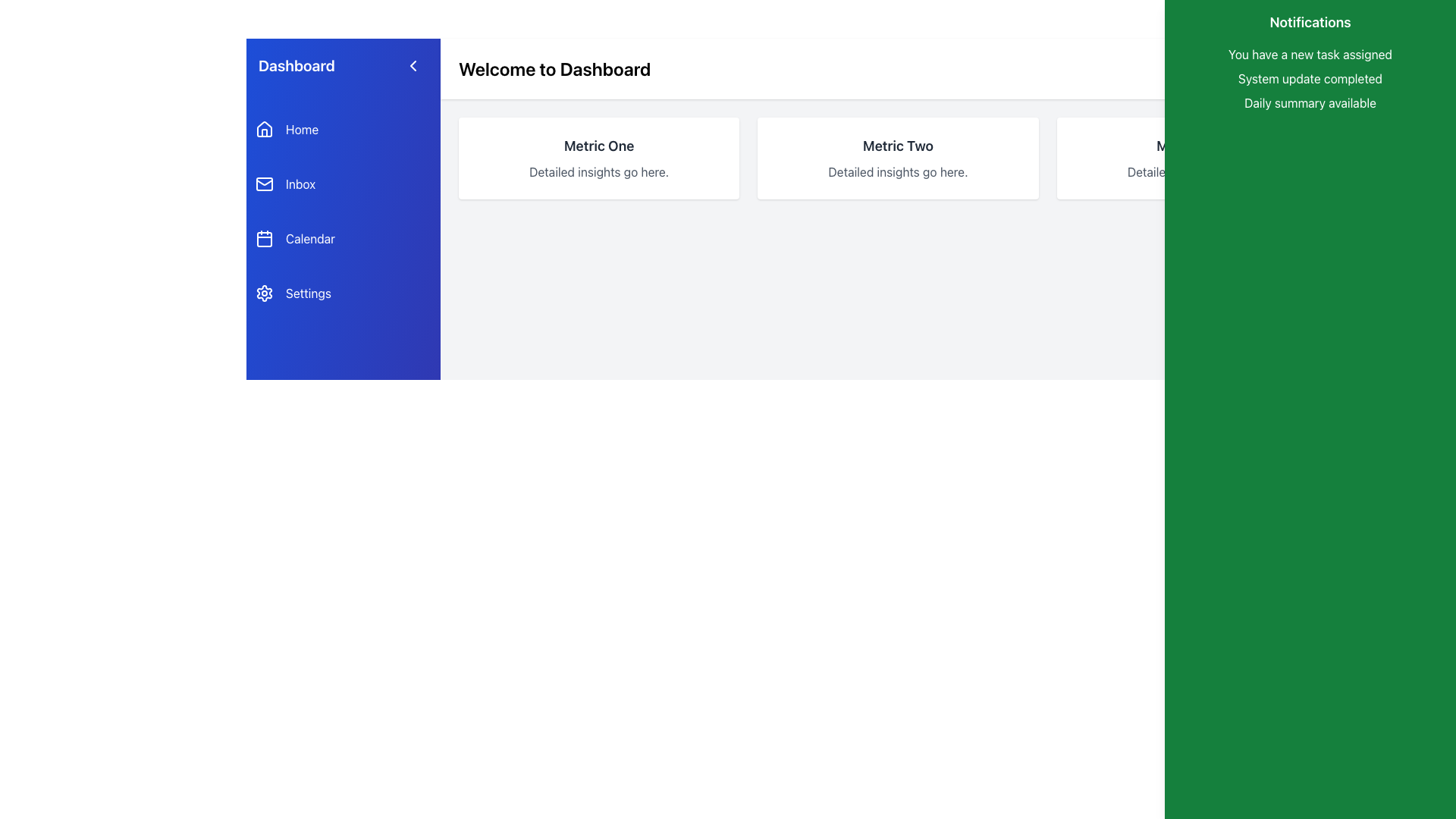 The height and width of the screenshot is (819, 1456). I want to click on the small square-shaped icon with rounded corners located within the calendar icon in the sidebar menu, positioned between 'Inbox' and 'Settings', so click(265, 239).